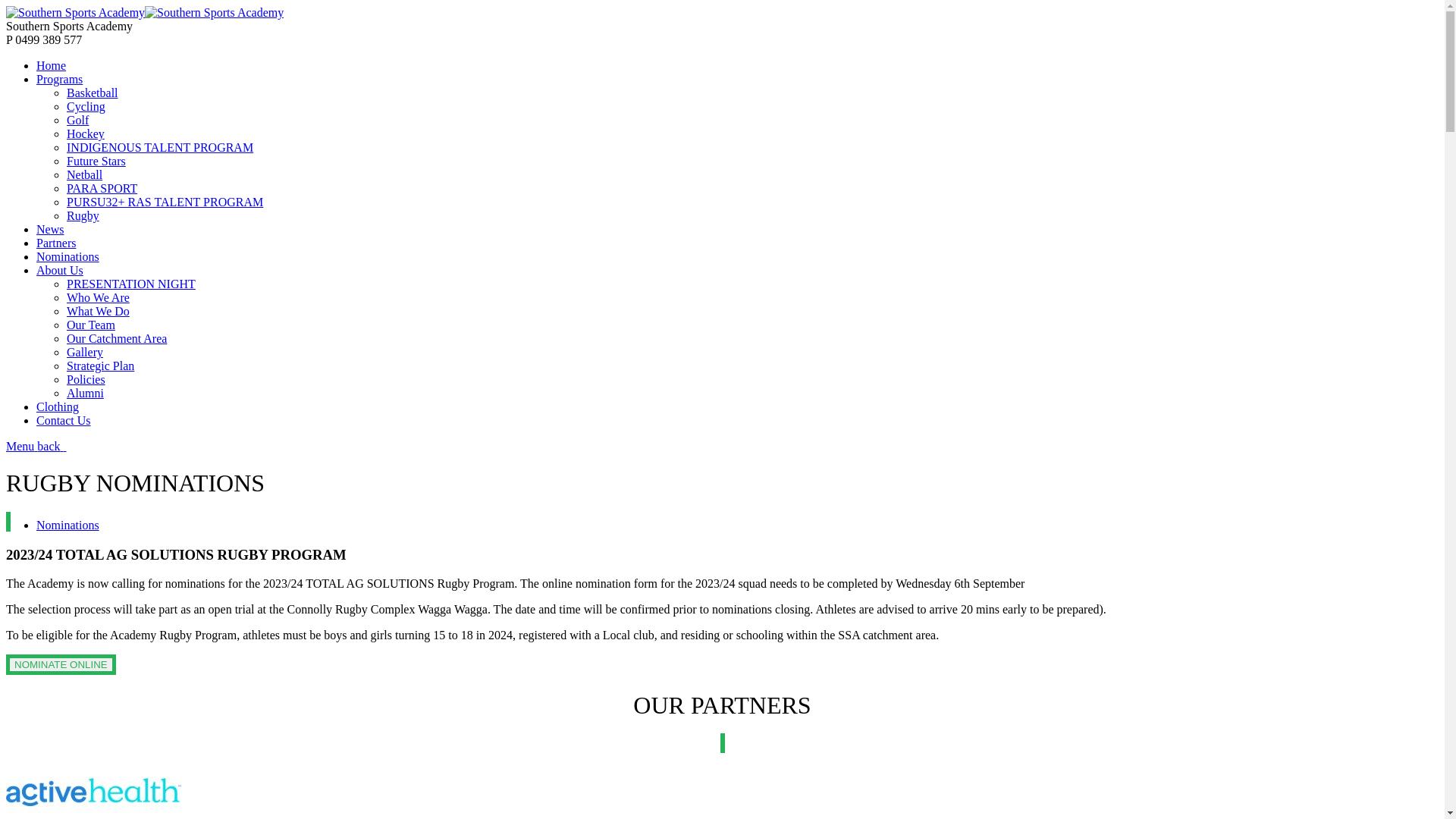  I want to click on 'Nominations', so click(36, 256).